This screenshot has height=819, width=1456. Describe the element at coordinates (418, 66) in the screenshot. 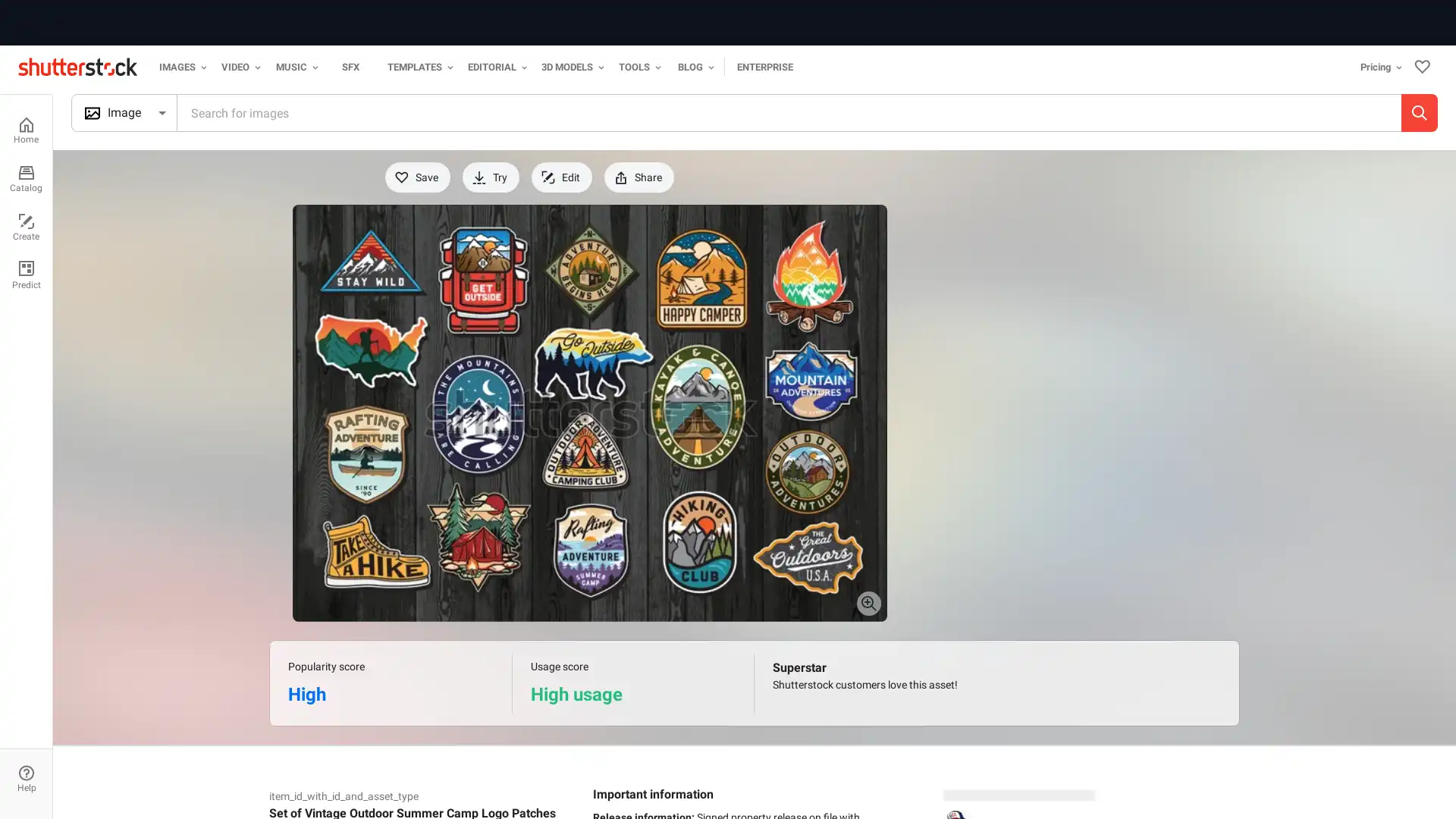

I see `Templates` at that location.